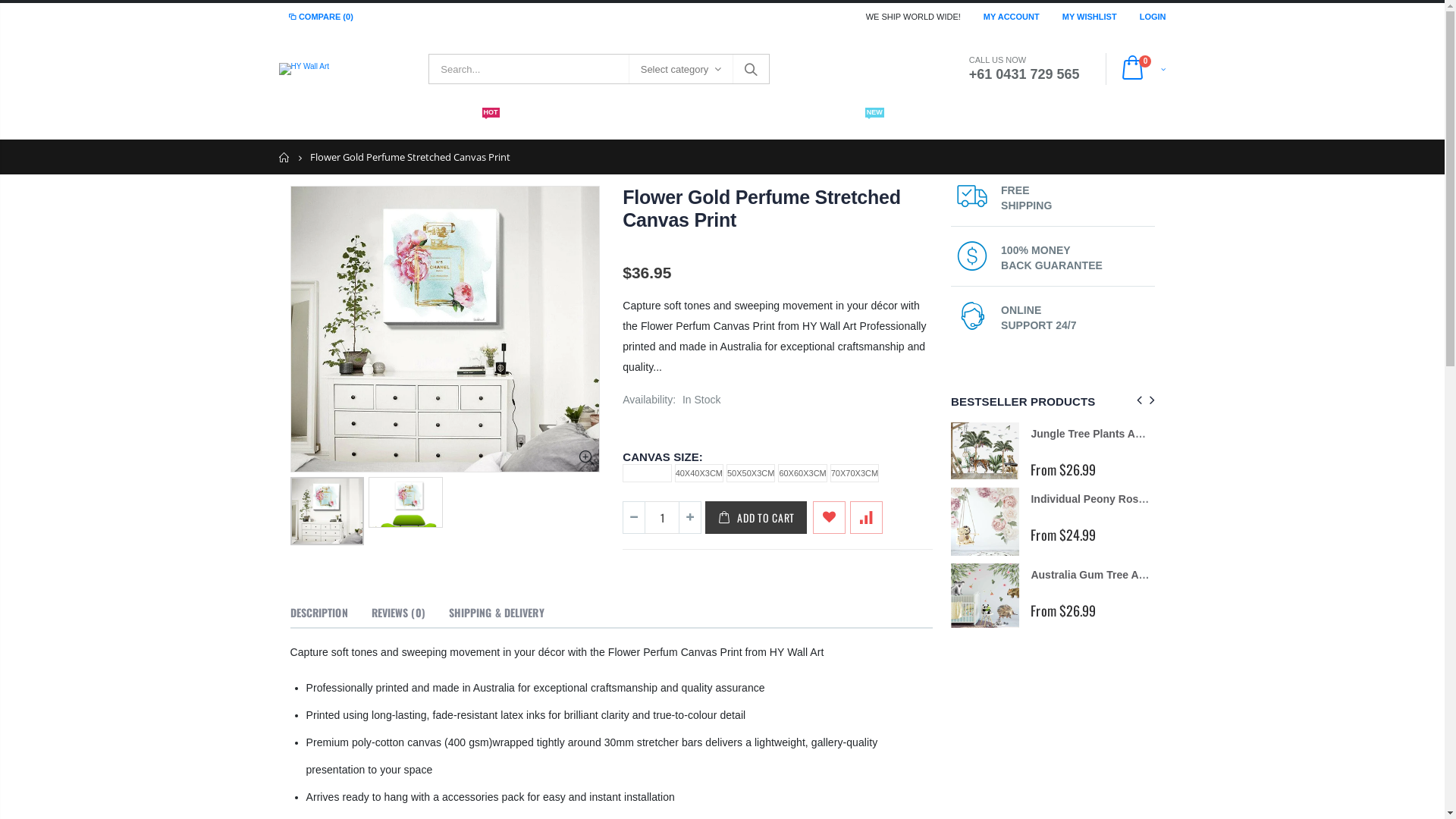 This screenshot has width=1456, height=819. What do you see at coordinates (843, 122) in the screenshot?
I see `'WINDOW FILM` at bounding box center [843, 122].